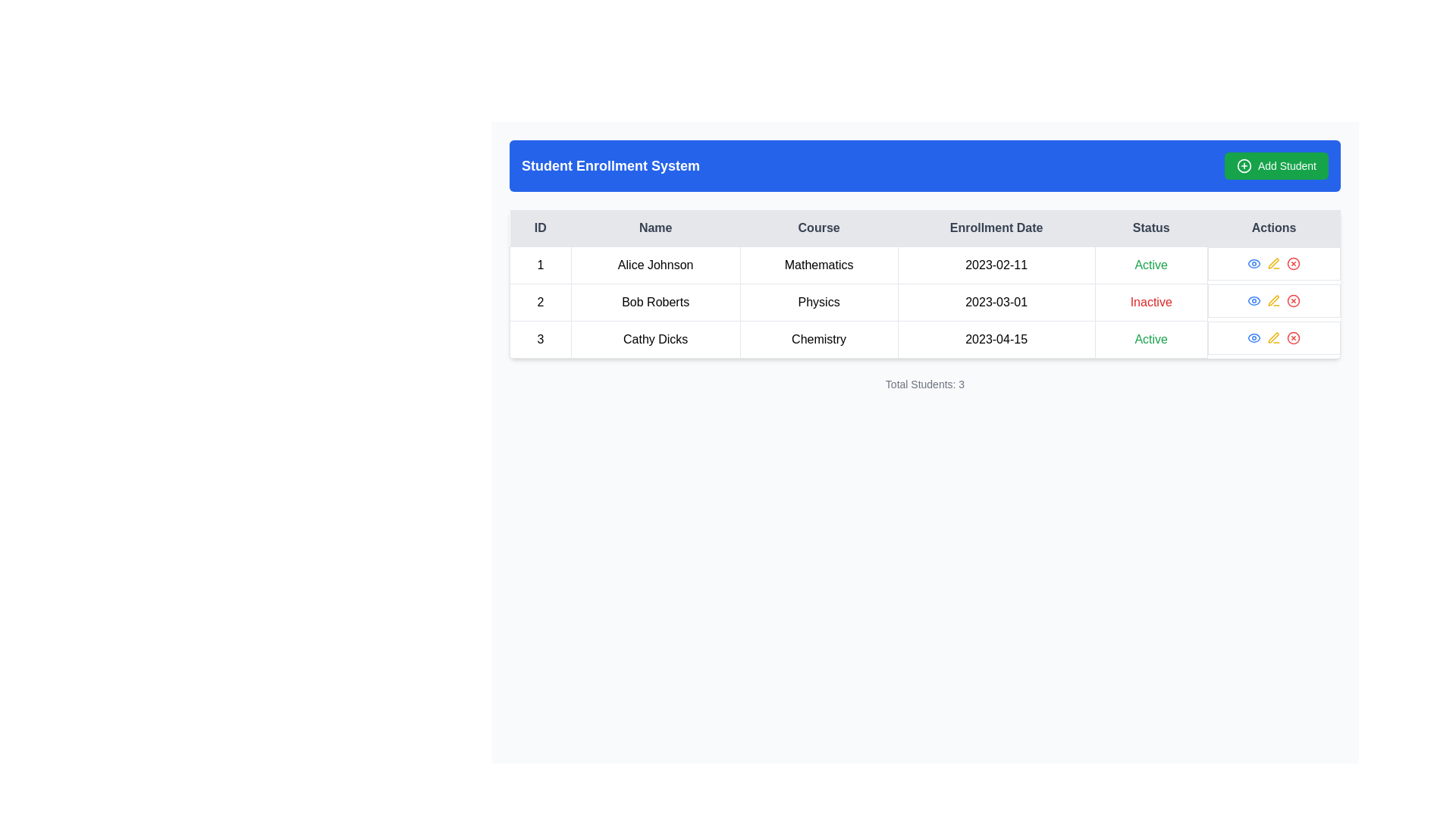 Image resolution: width=1456 pixels, height=819 pixels. Describe the element at coordinates (655, 338) in the screenshot. I see `to select the table cell displaying the text 'Cathy Dicks' located in the third row, second column of the data table` at that location.